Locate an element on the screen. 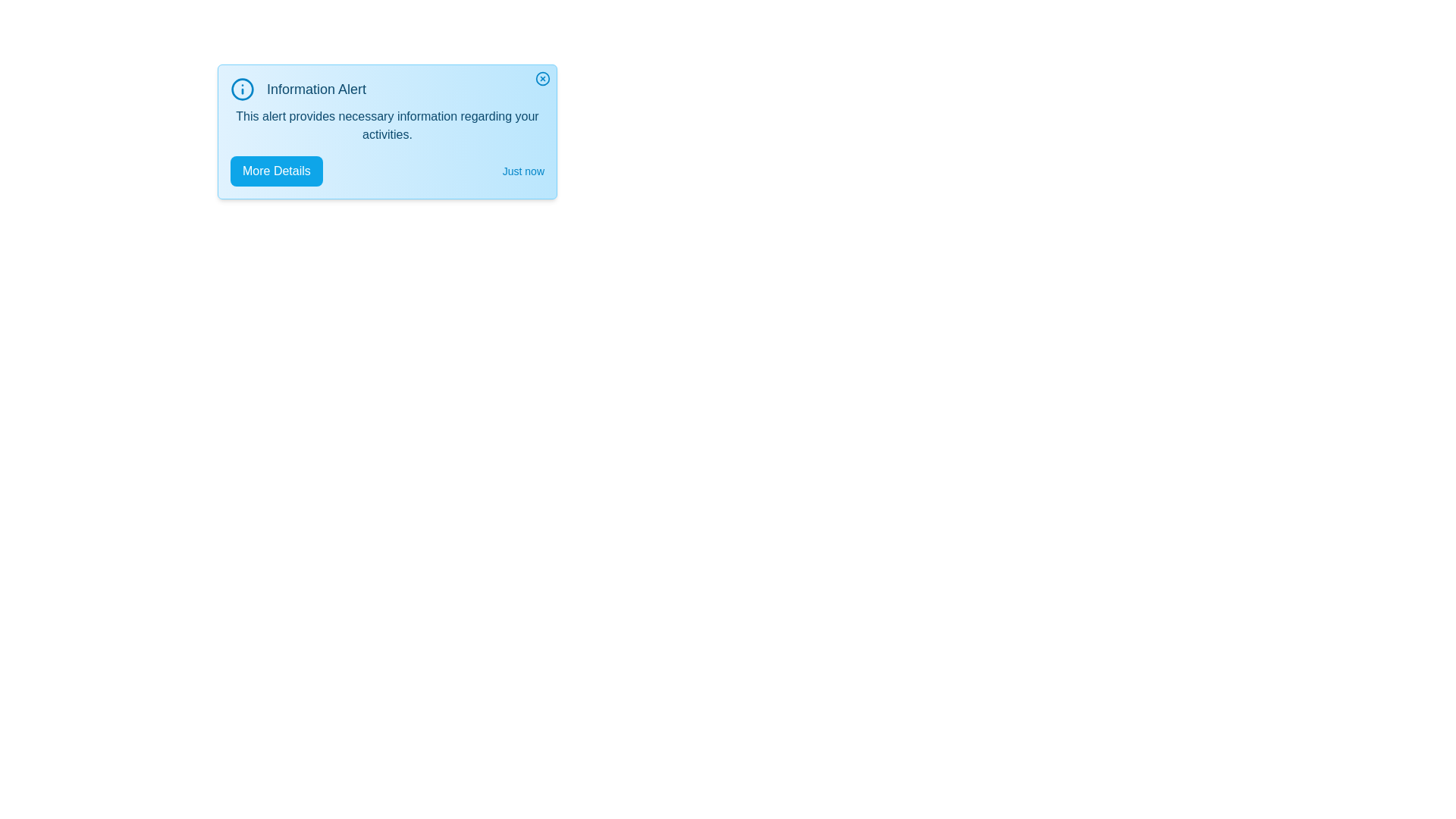  the timestamp element to observe its content is located at coordinates (523, 171).